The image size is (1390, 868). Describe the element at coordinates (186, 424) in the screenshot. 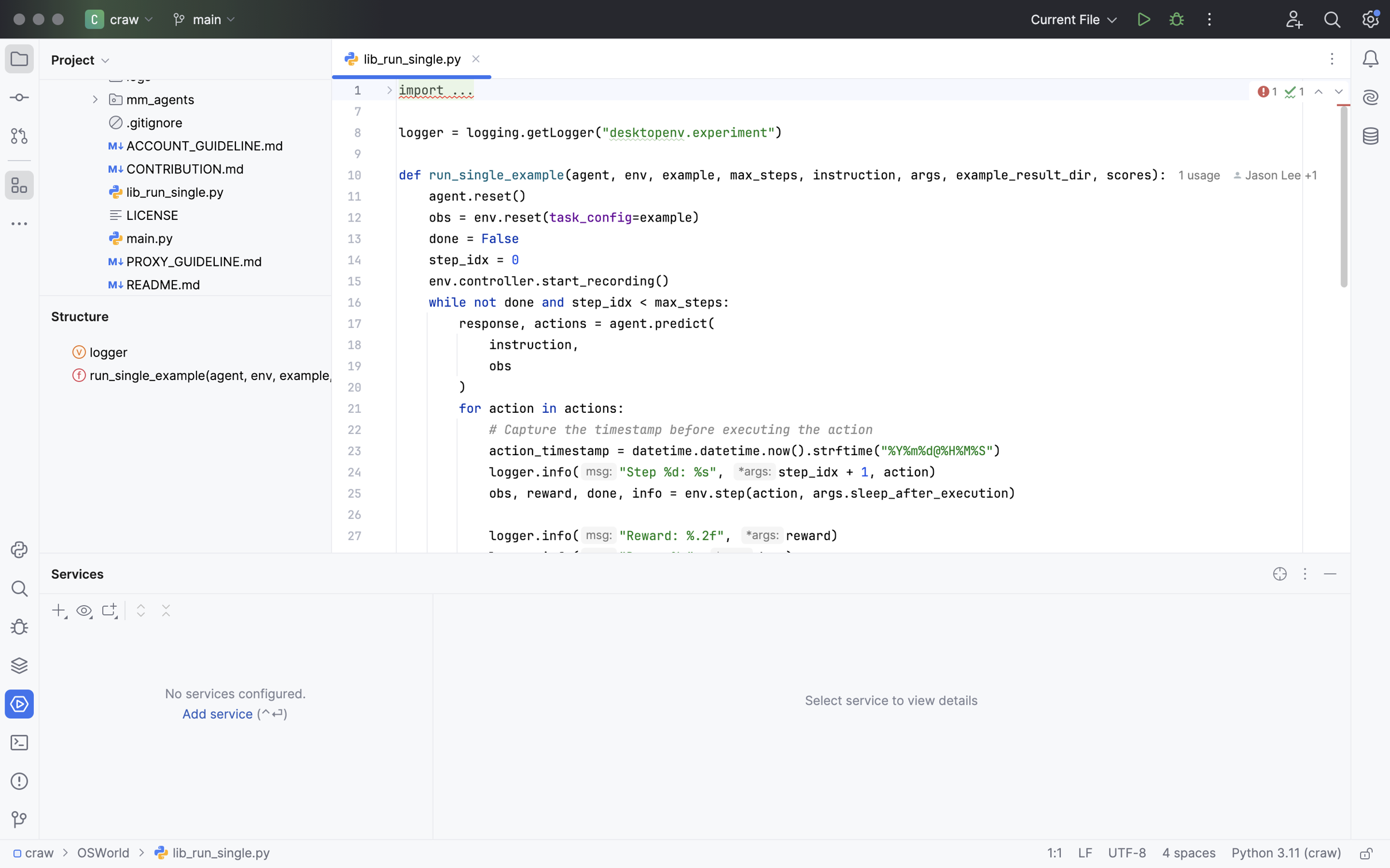

I see `'0 0 Structure 0 0 0 0 0 0 0 0 0 0 0'` at that location.